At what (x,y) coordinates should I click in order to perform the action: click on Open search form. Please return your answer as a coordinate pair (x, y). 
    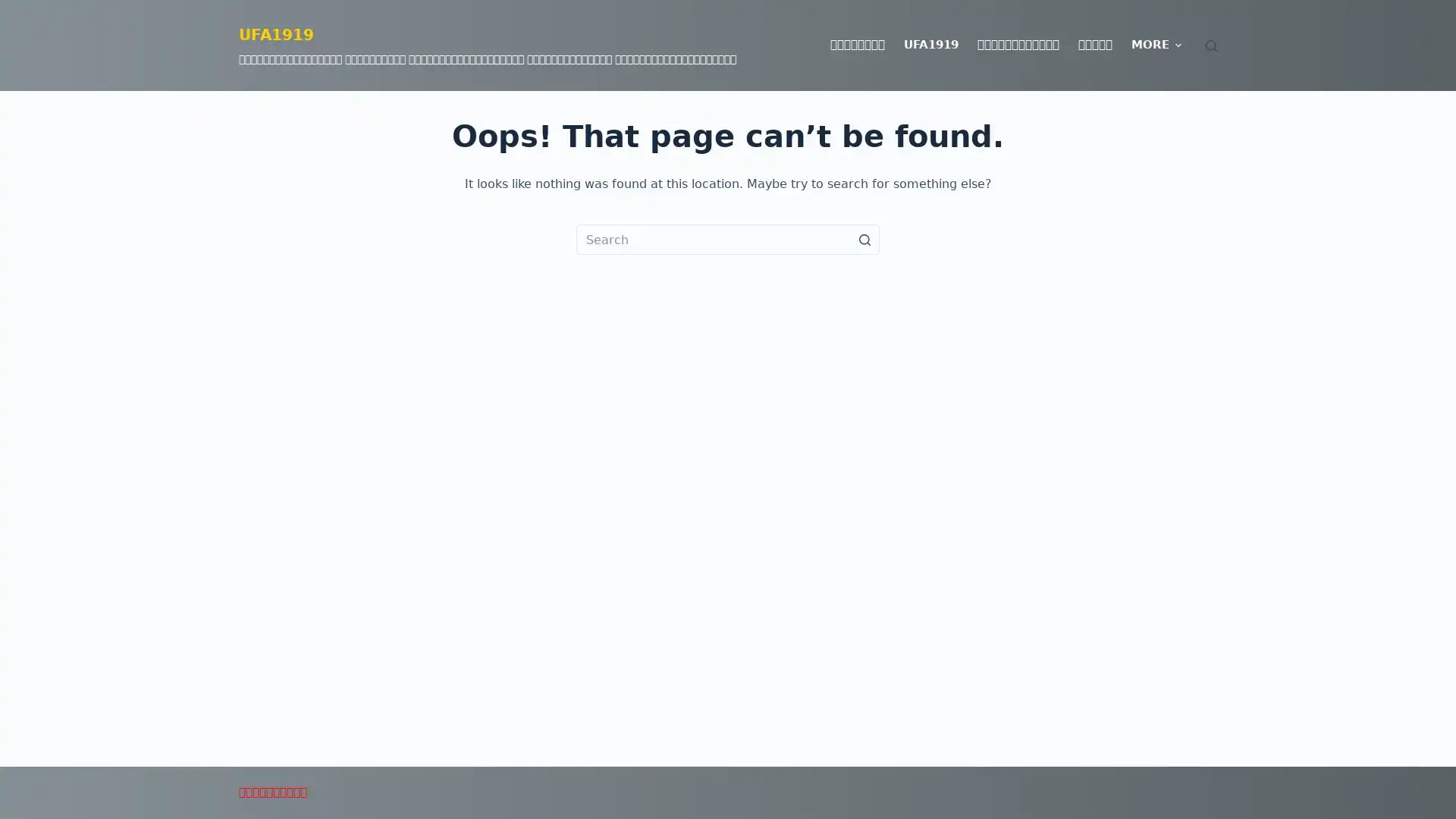
    Looking at the image, I should click on (1210, 44).